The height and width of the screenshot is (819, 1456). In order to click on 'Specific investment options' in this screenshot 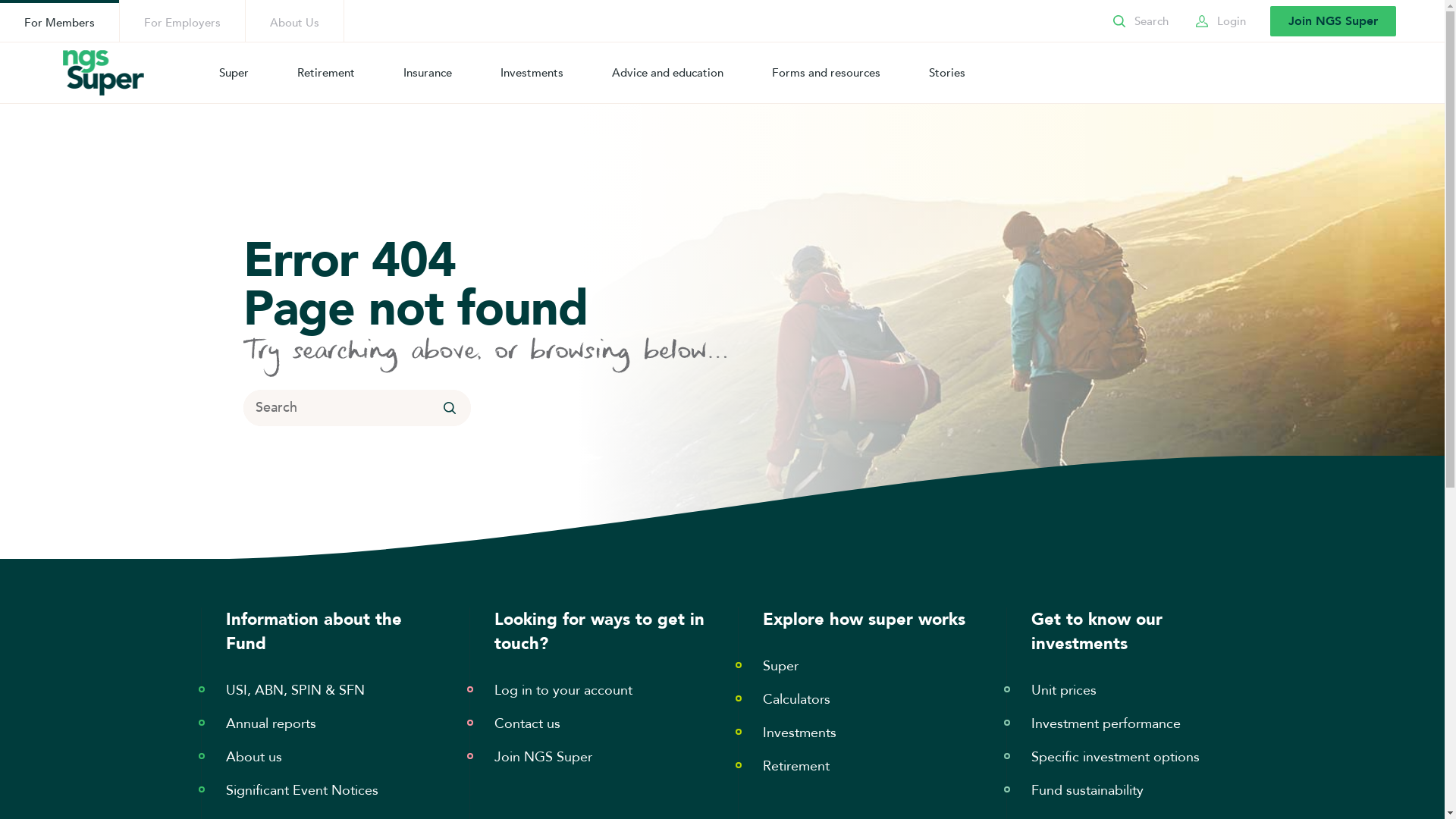, I will do `click(1115, 757)`.